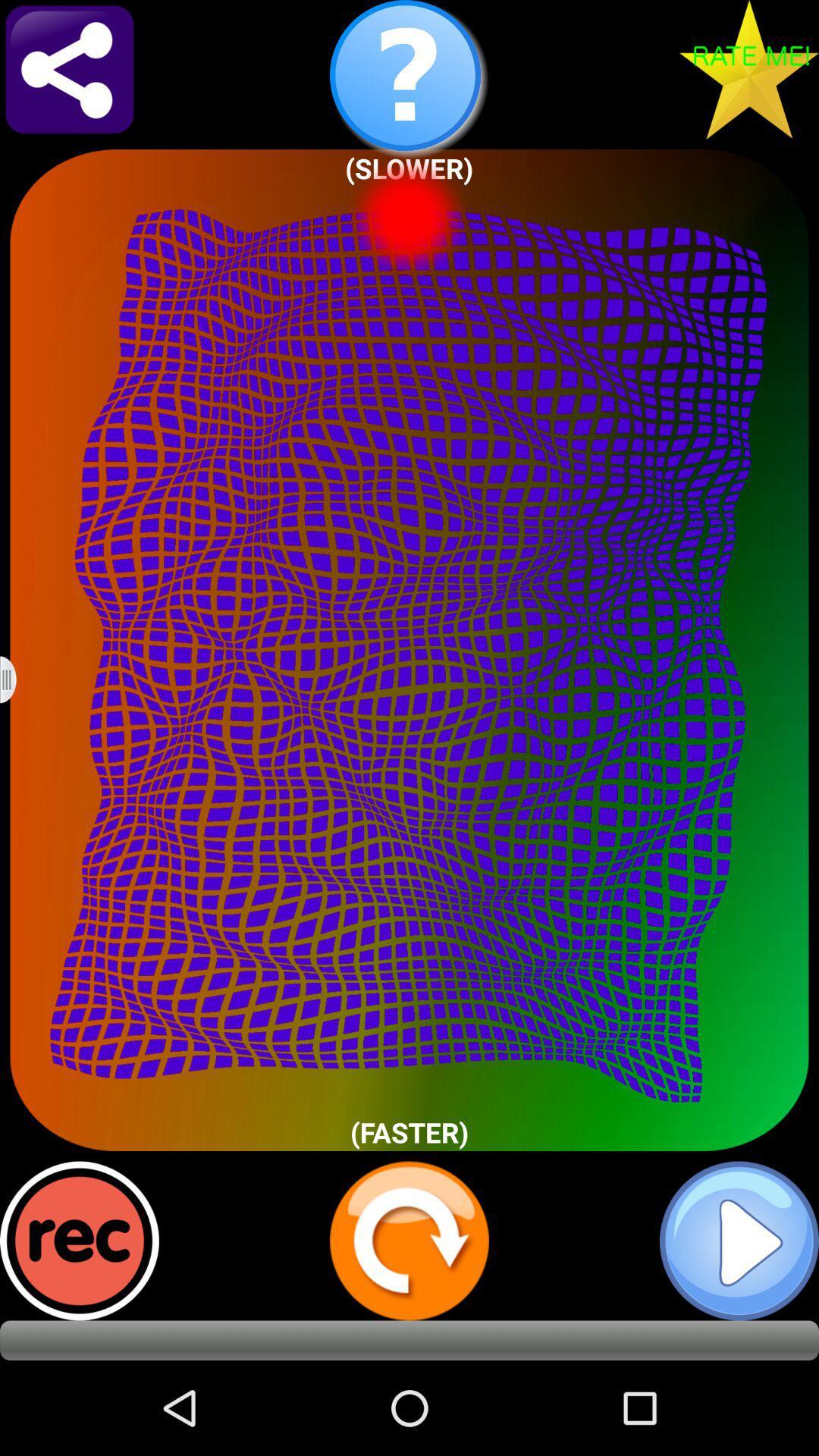 The width and height of the screenshot is (819, 1456). Describe the element at coordinates (409, 1241) in the screenshot. I see `reload` at that location.